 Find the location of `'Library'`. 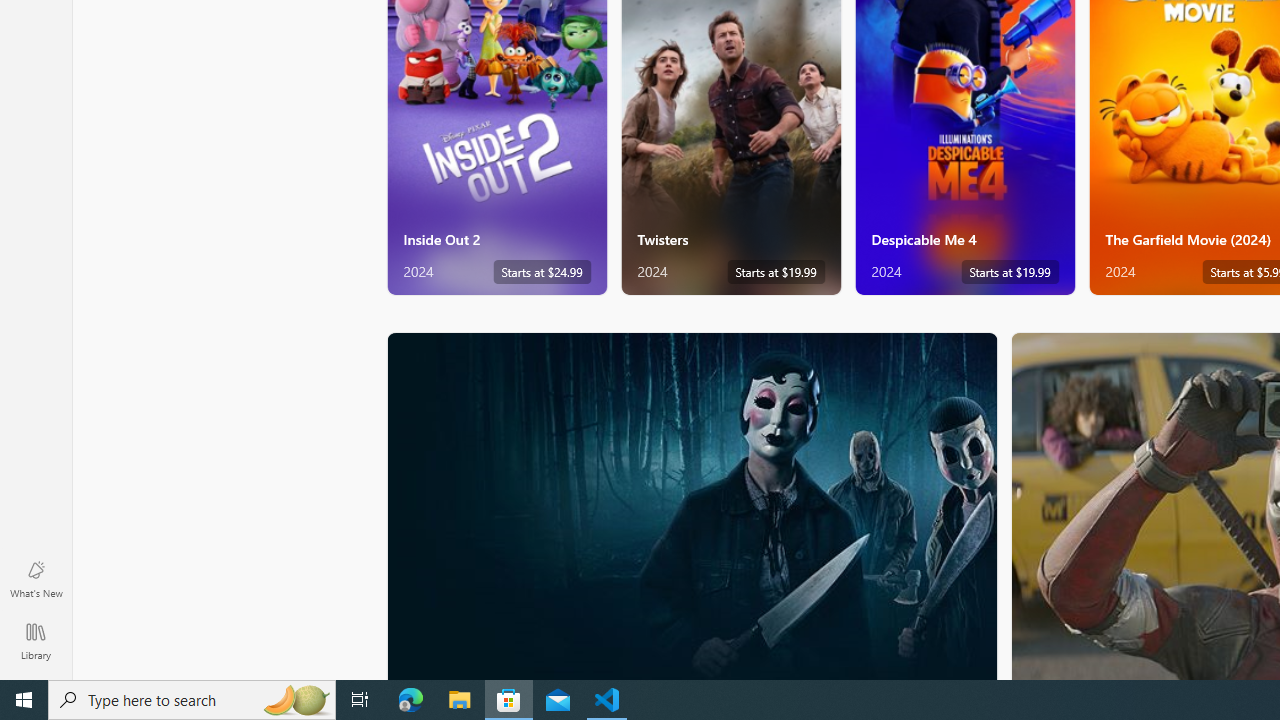

'Library' is located at coordinates (35, 640).